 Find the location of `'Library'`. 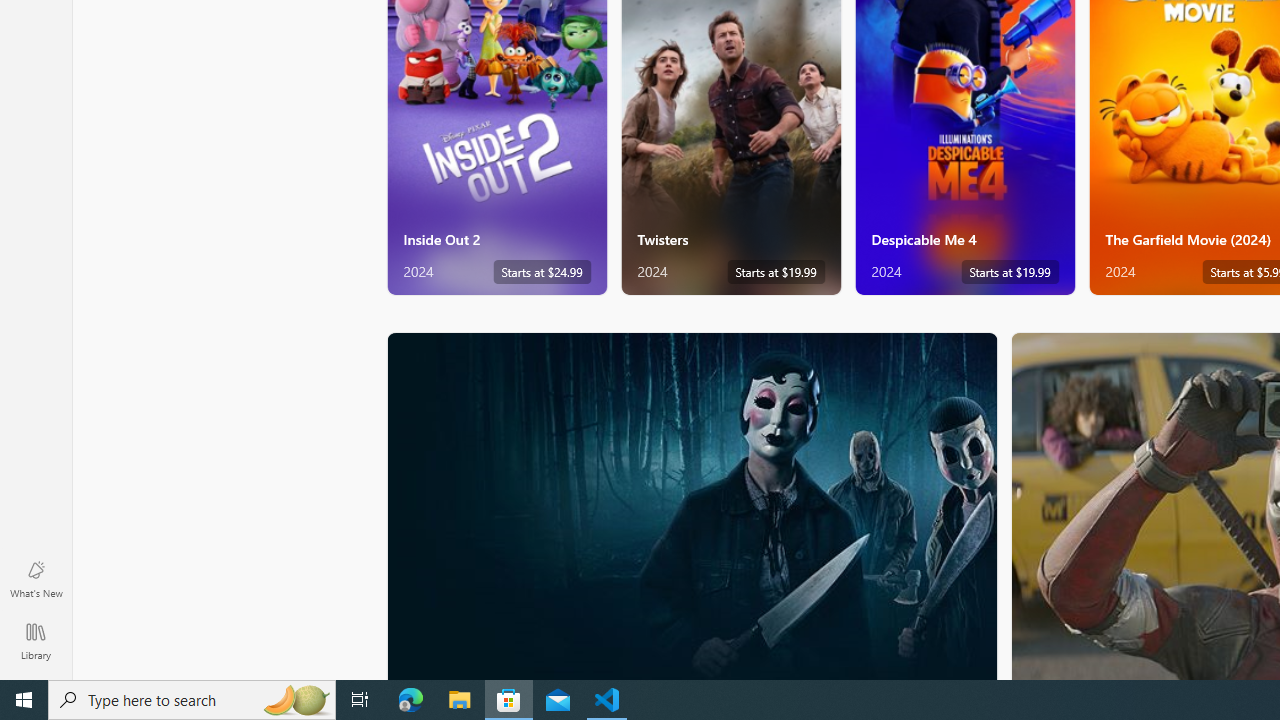

'Library' is located at coordinates (35, 640).